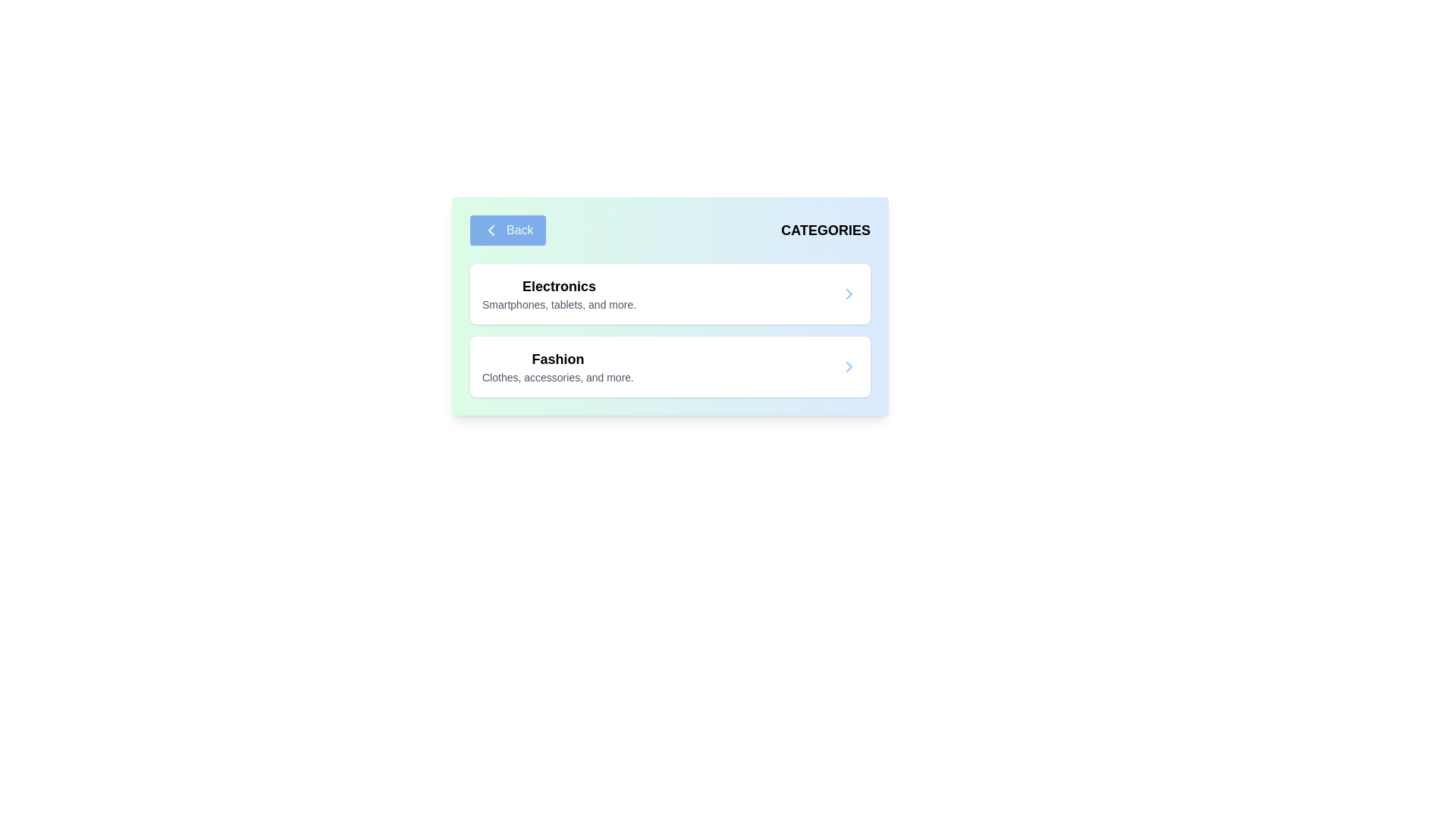 The width and height of the screenshot is (1456, 819). Describe the element at coordinates (558, 287) in the screenshot. I see `the 'Electronics' text label, which serves as a category title indicating the associated section for Electronics` at that location.